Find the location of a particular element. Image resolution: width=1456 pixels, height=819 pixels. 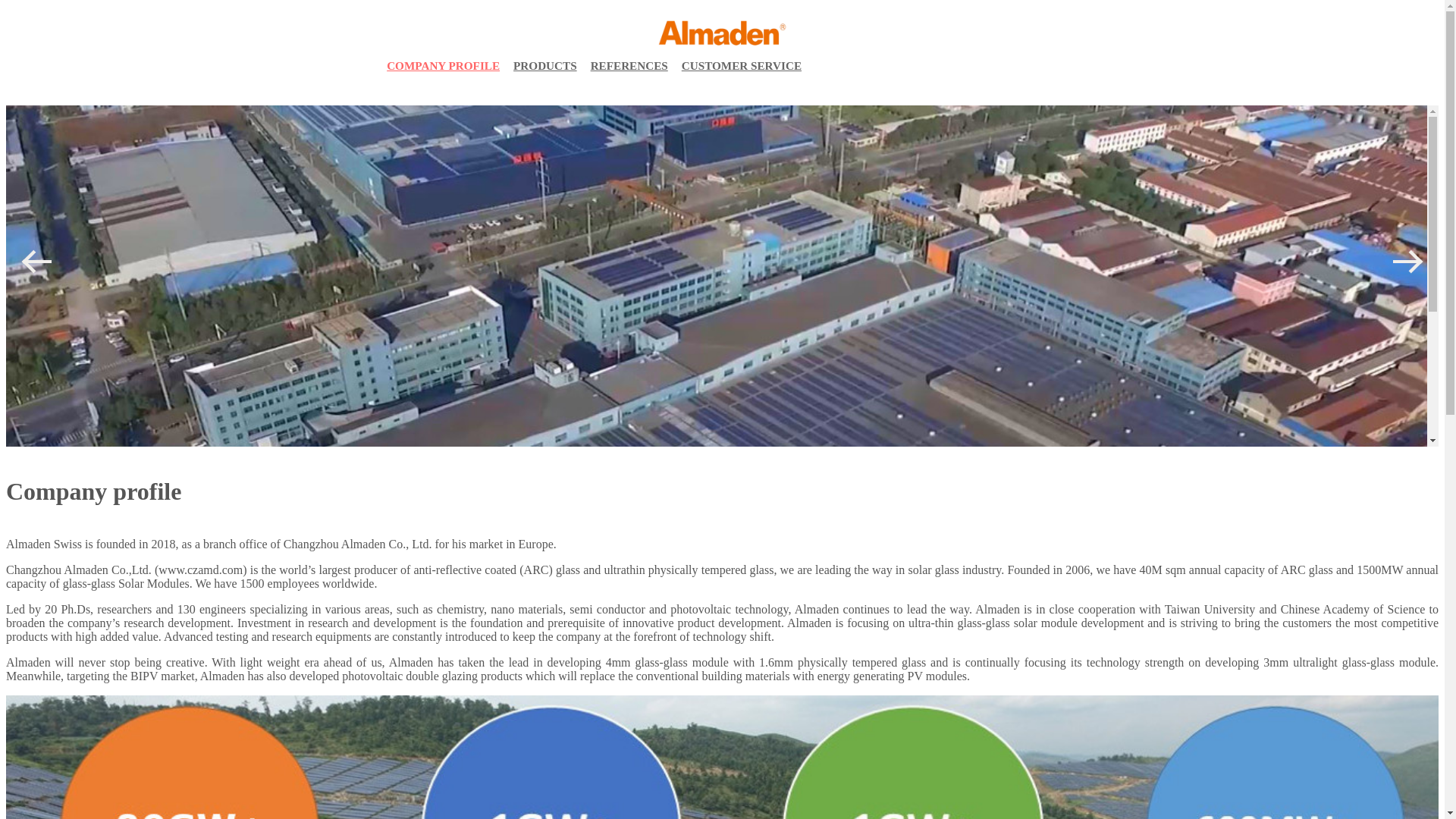

'COMPANY PROFILE' is located at coordinates (442, 65).